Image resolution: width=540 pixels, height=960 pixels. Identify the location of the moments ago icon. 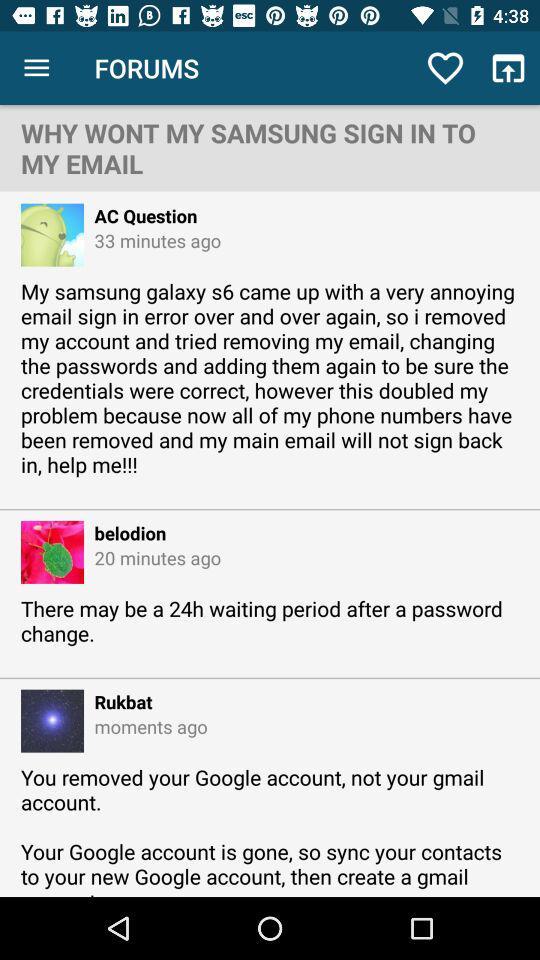
(144, 725).